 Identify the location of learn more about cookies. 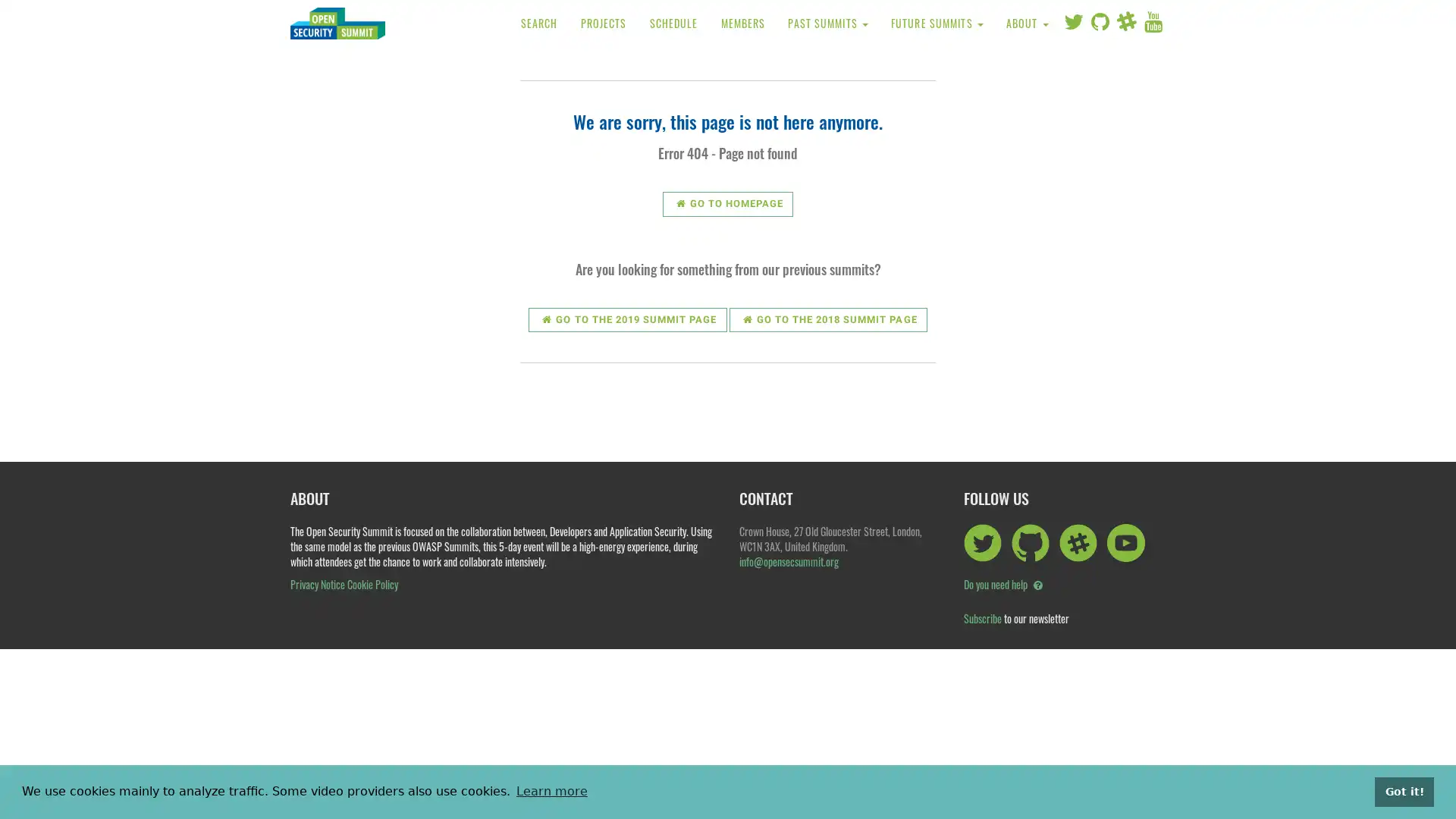
(551, 791).